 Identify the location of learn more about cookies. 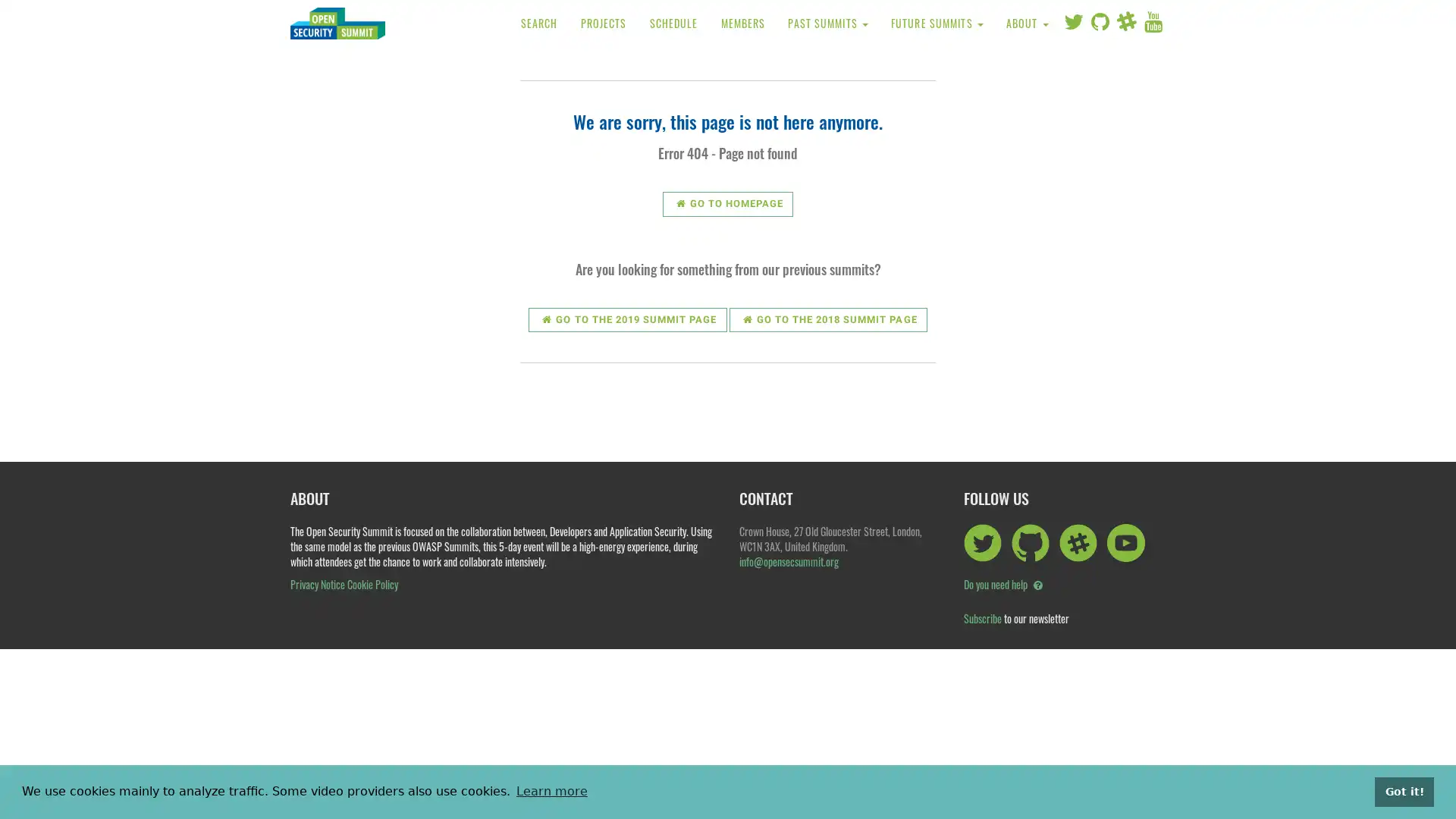
(551, 791).